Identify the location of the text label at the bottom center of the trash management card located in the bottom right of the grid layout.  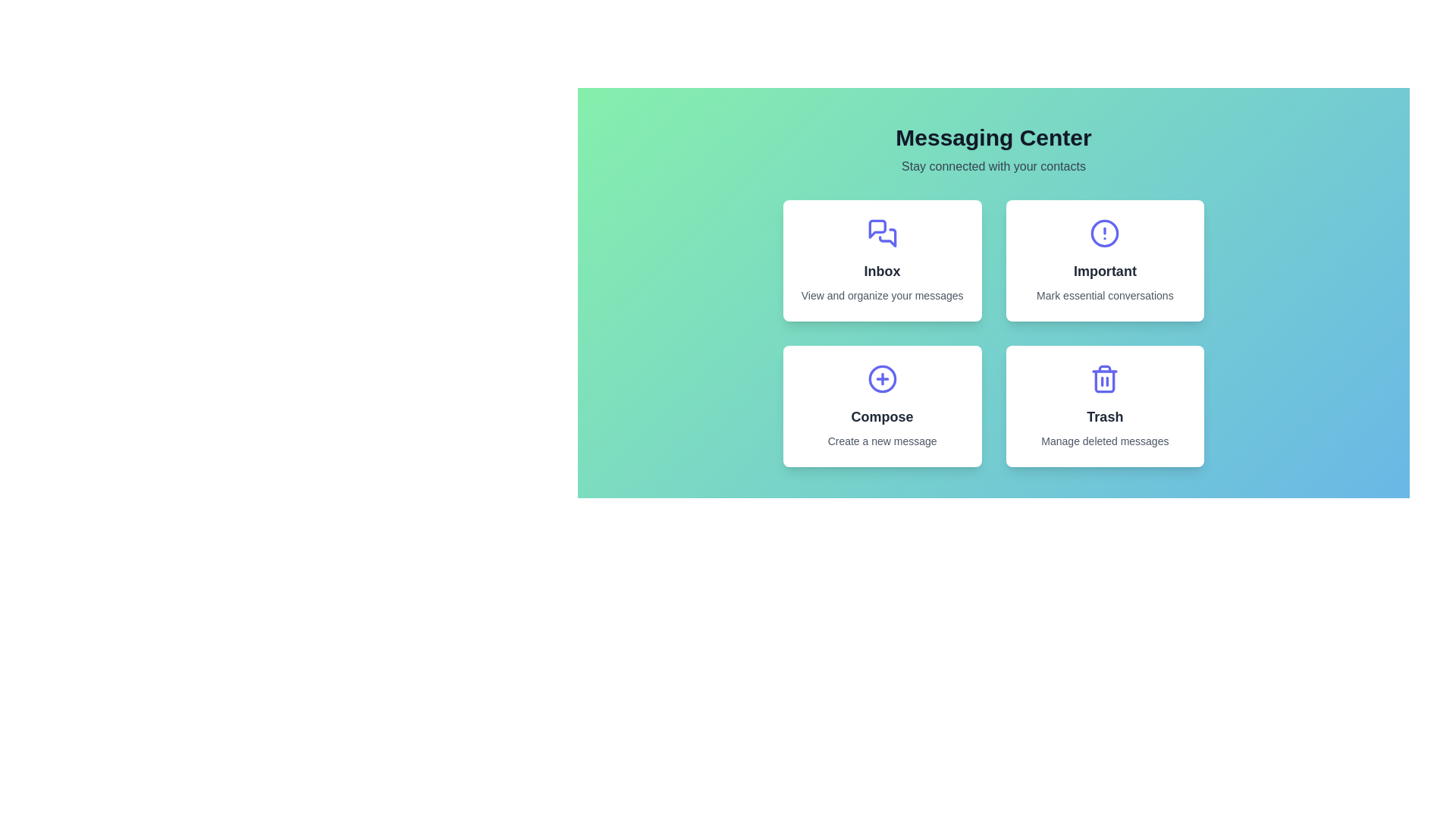
(1105, 417).